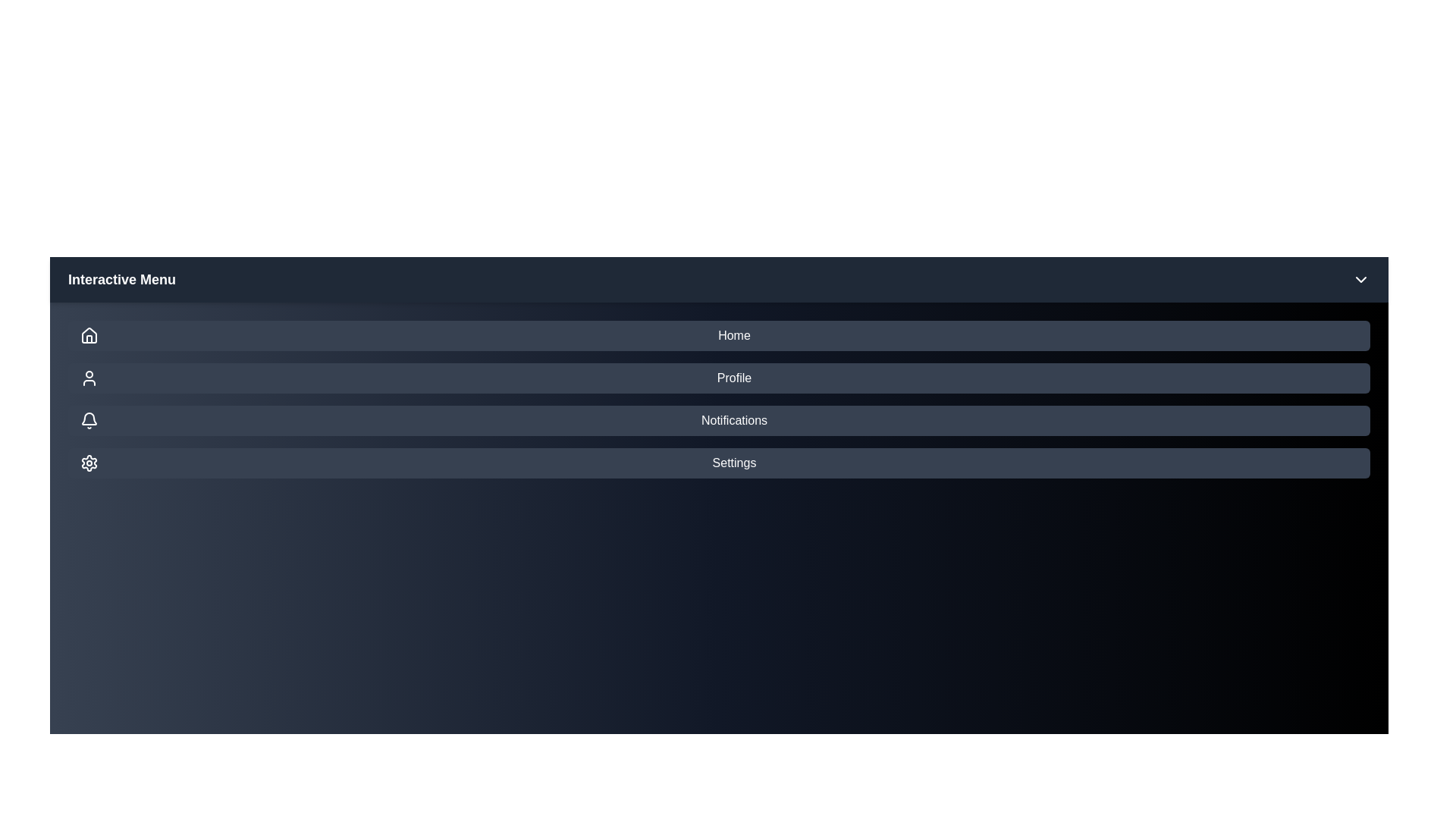 Image resolution: width=1456 pixels, height=819 pixels. What do you see at coordinates (718, 377) in the screenshot?
I see `the menu item Profile` at bounding box center [718, 377].